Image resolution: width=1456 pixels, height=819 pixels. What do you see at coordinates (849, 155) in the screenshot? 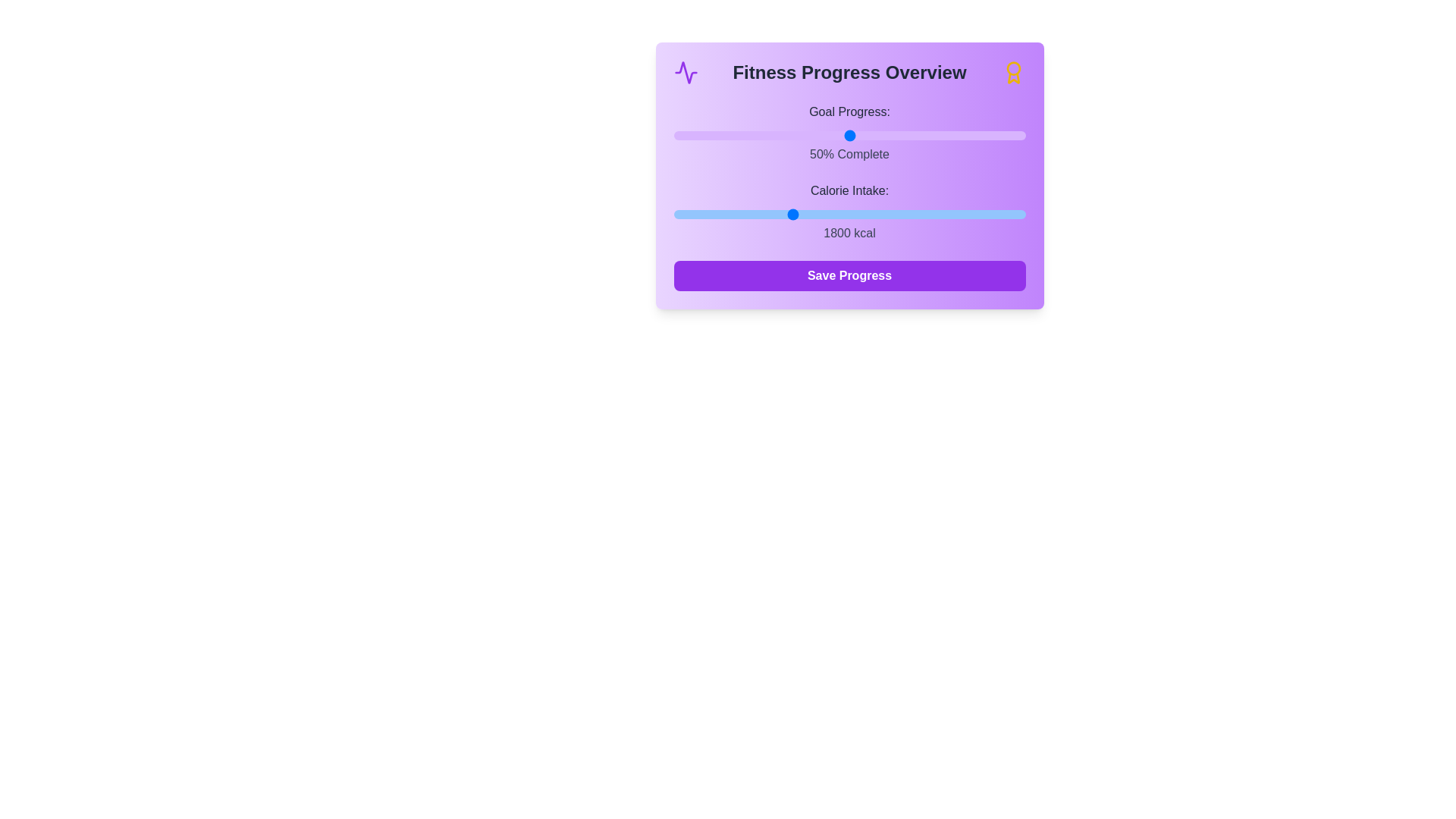
I see `the text label displaying '50% Complete' which is centered in gray color on a purple background, located at the bottom of the 'Goal Progress' section, directly below the progress bar` at bounding box center [849, 155].